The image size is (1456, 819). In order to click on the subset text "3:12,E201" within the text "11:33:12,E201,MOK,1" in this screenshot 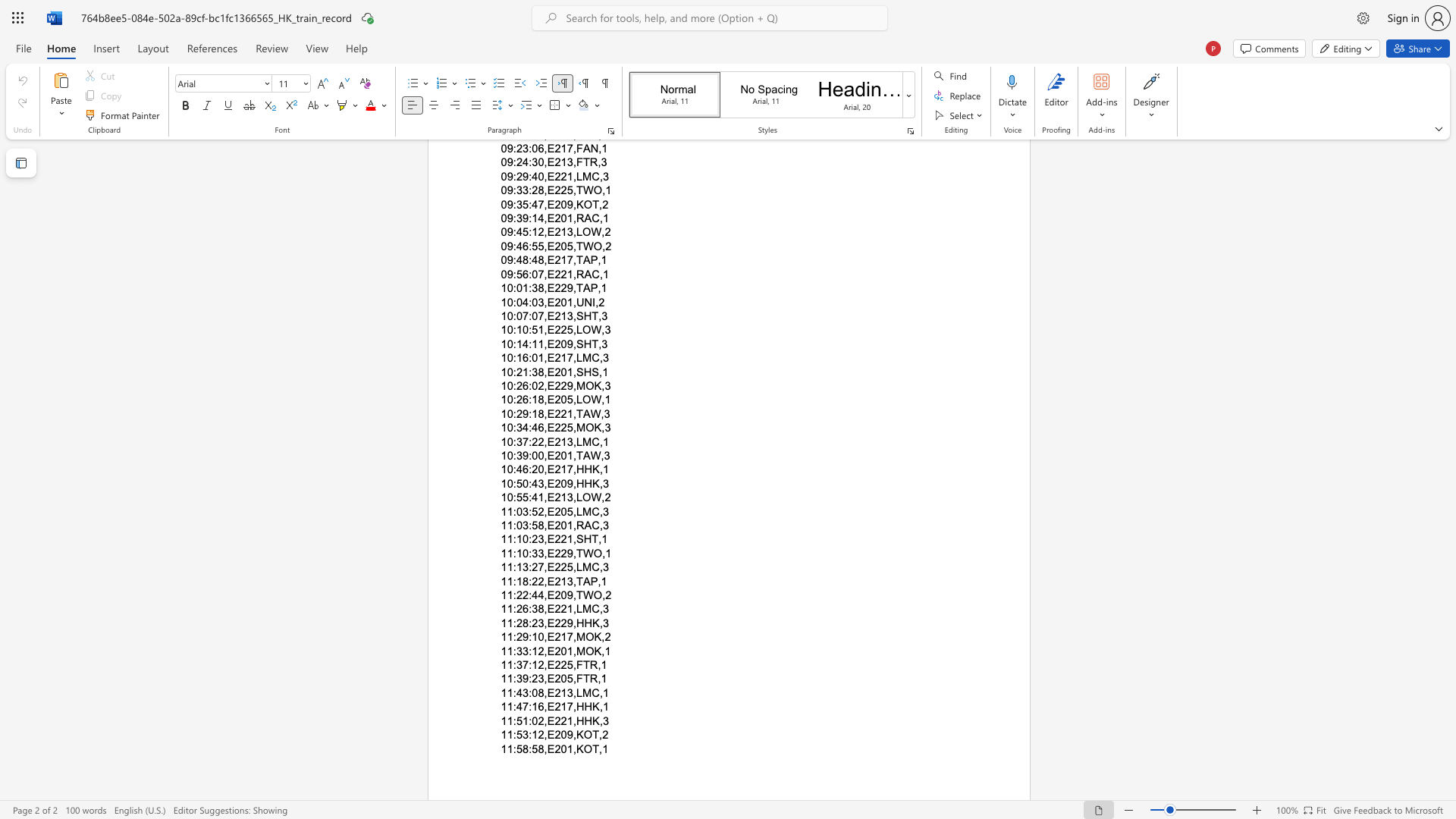, I will do `click(522, 650)`.